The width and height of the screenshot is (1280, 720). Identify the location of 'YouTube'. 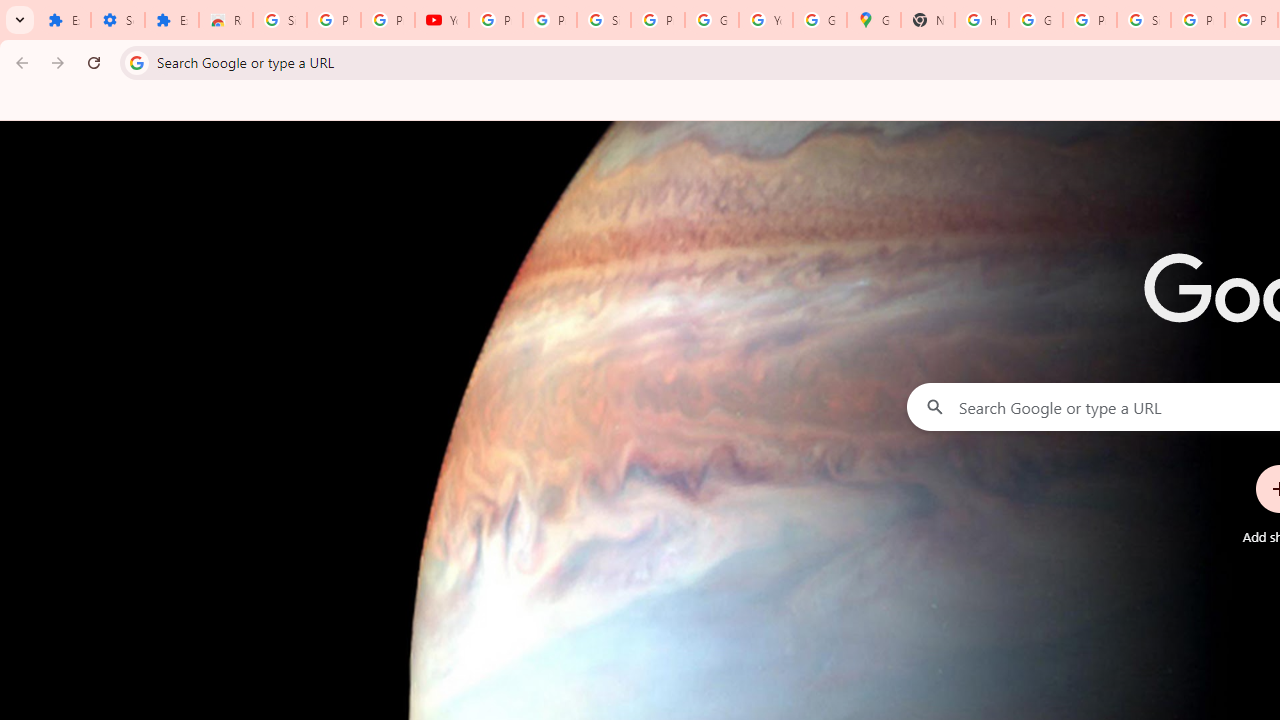
(440, 20).